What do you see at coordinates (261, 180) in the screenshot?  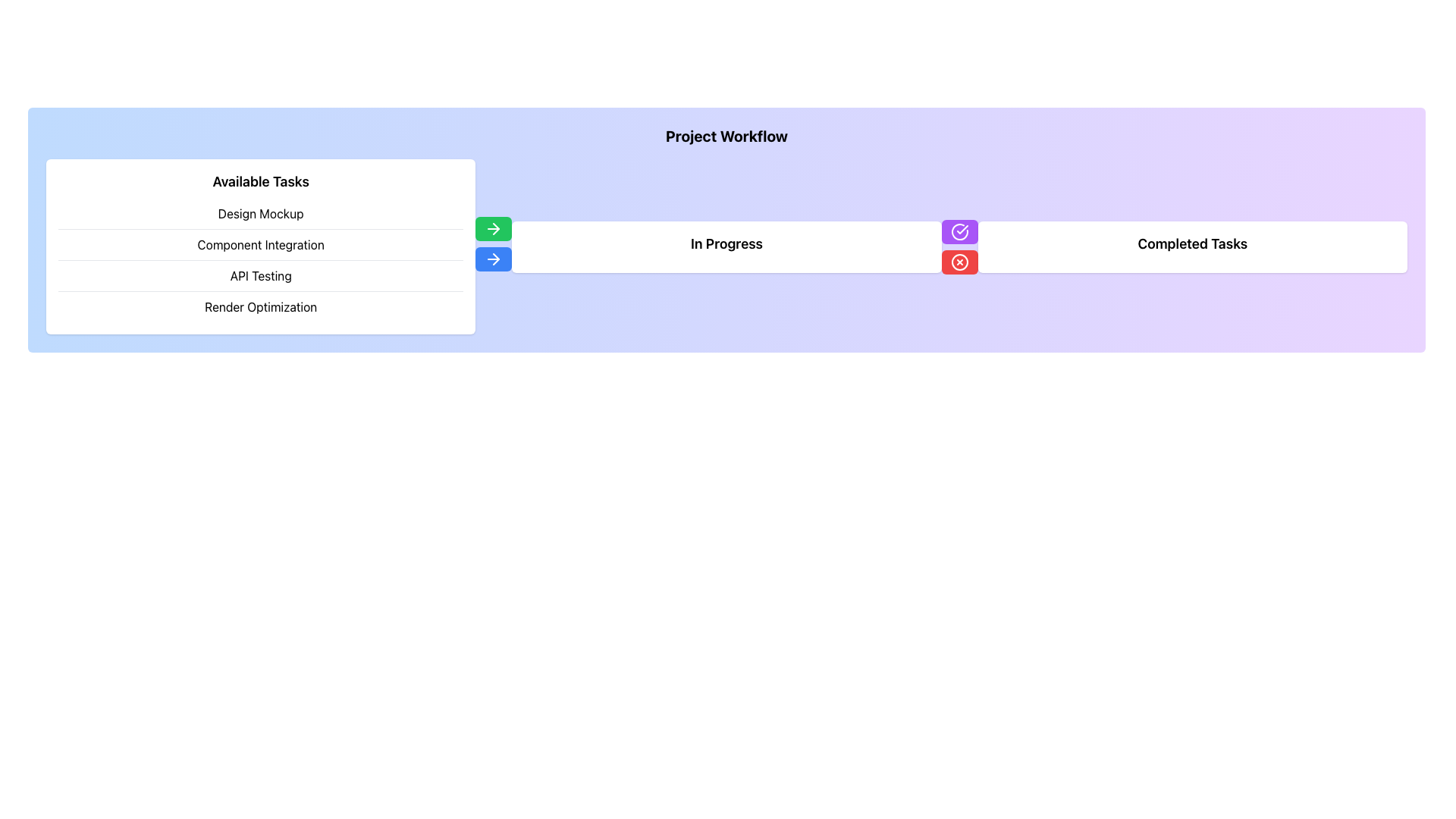 I see `the bold header text 'Available Tasks' located at the top of a white box, which contains a list of tasks underneath` at bounding box center [261, 180].